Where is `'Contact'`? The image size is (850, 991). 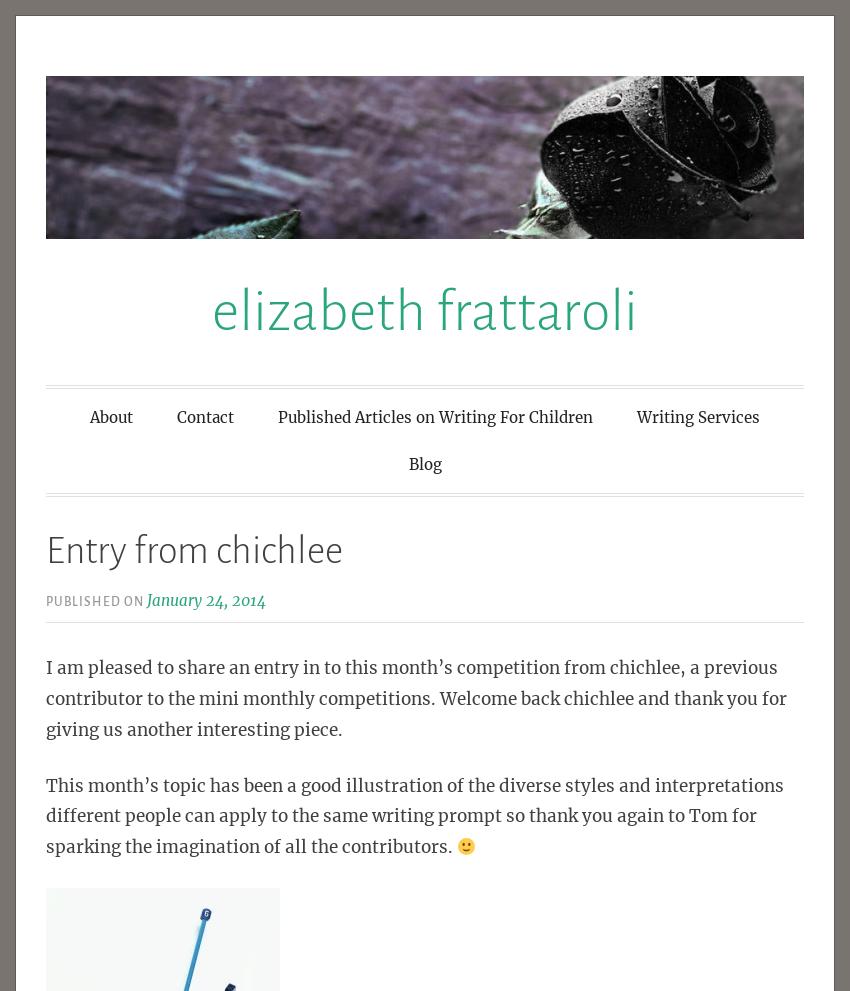 'Contact' is located at coordinates (204, 416).